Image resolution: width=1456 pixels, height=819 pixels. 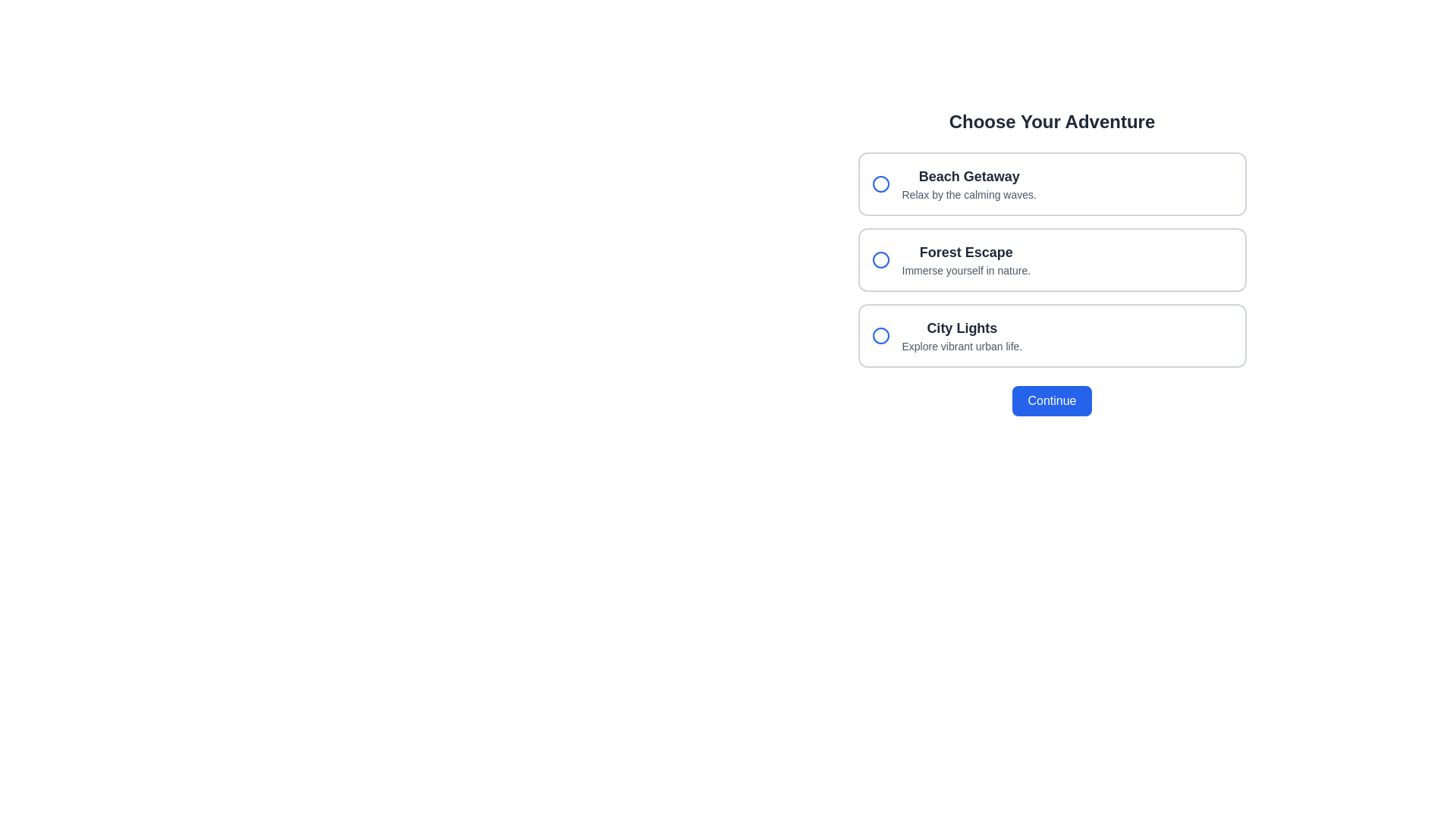 What do you see at coordinates (965, 270) in the screenshot?
I see `the descriptive text label located below the 'Forest Escape' option in the second option card of the 'Choose Your Adventure' selection interface` at bounding box center [965, 270].